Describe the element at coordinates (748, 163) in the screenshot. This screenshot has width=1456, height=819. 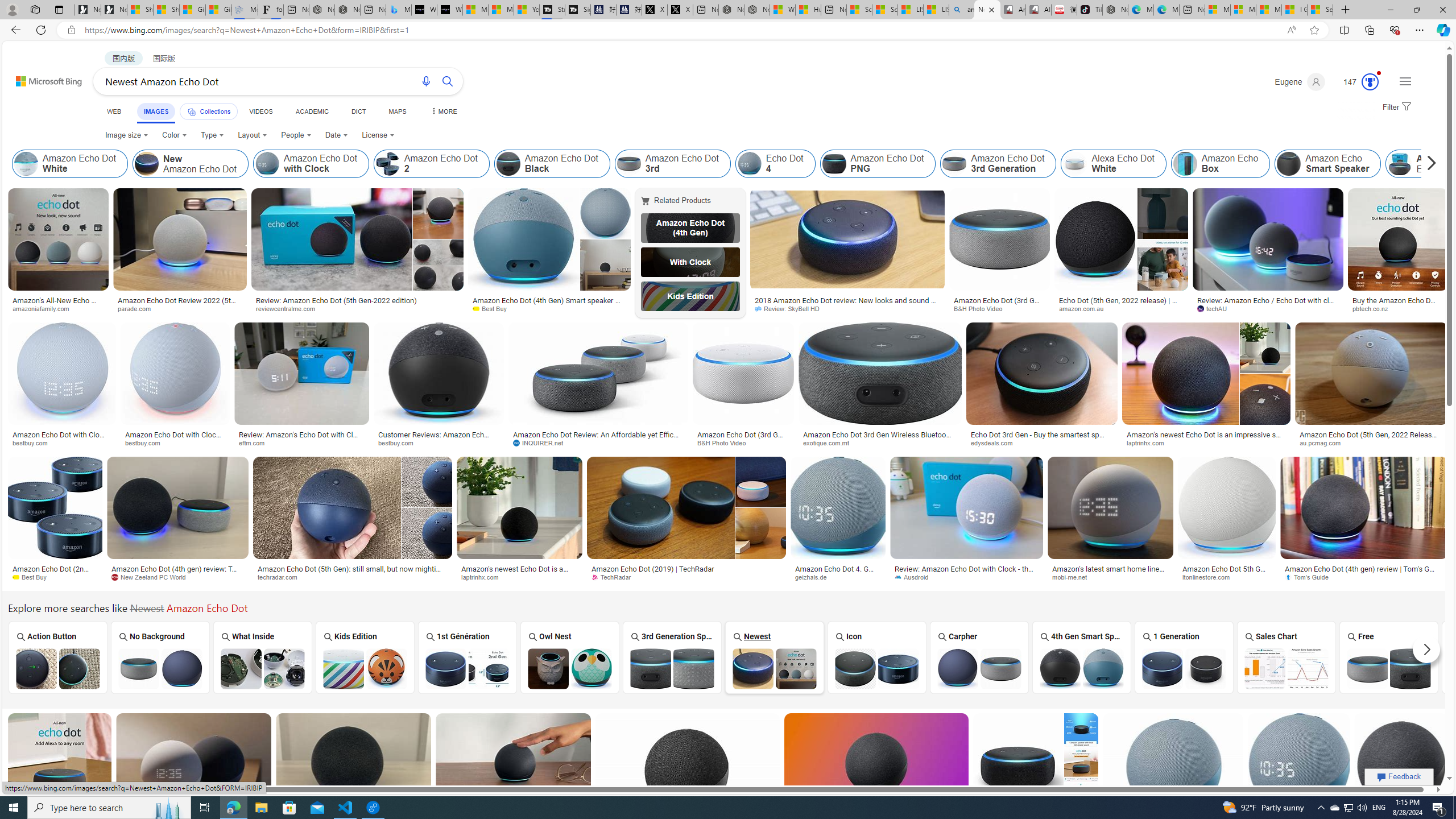
I see `'Echo Dot 4'` at that location.